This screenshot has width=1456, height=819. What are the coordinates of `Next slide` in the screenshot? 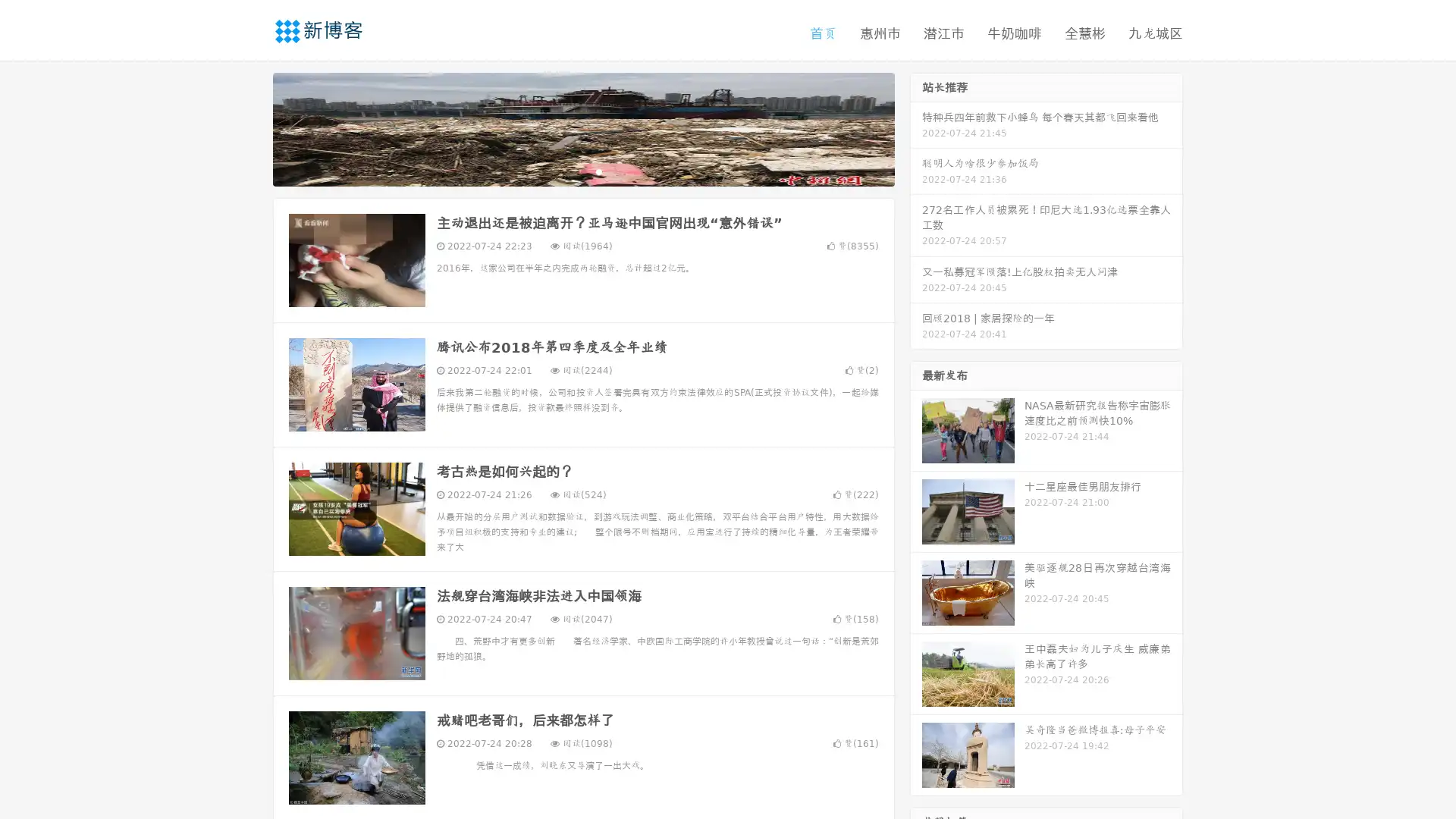 It's located at (916, 127).